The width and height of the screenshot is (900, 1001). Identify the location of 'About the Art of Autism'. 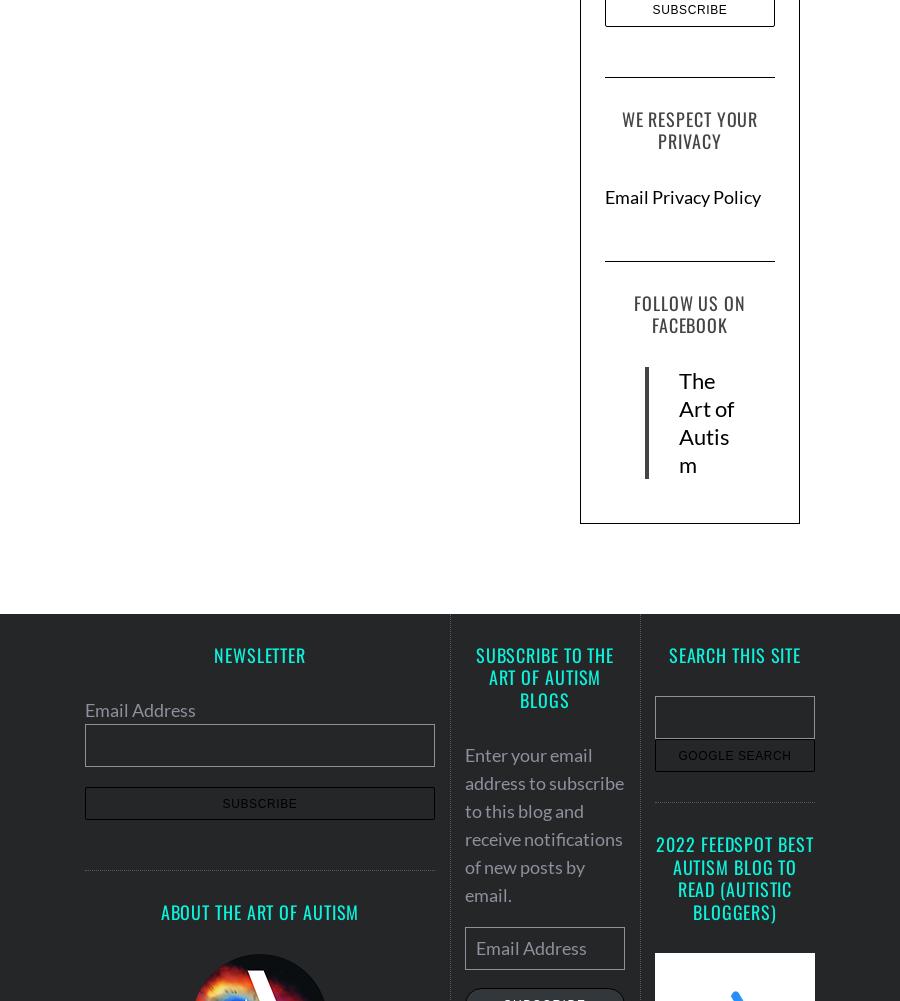
(160, 912).